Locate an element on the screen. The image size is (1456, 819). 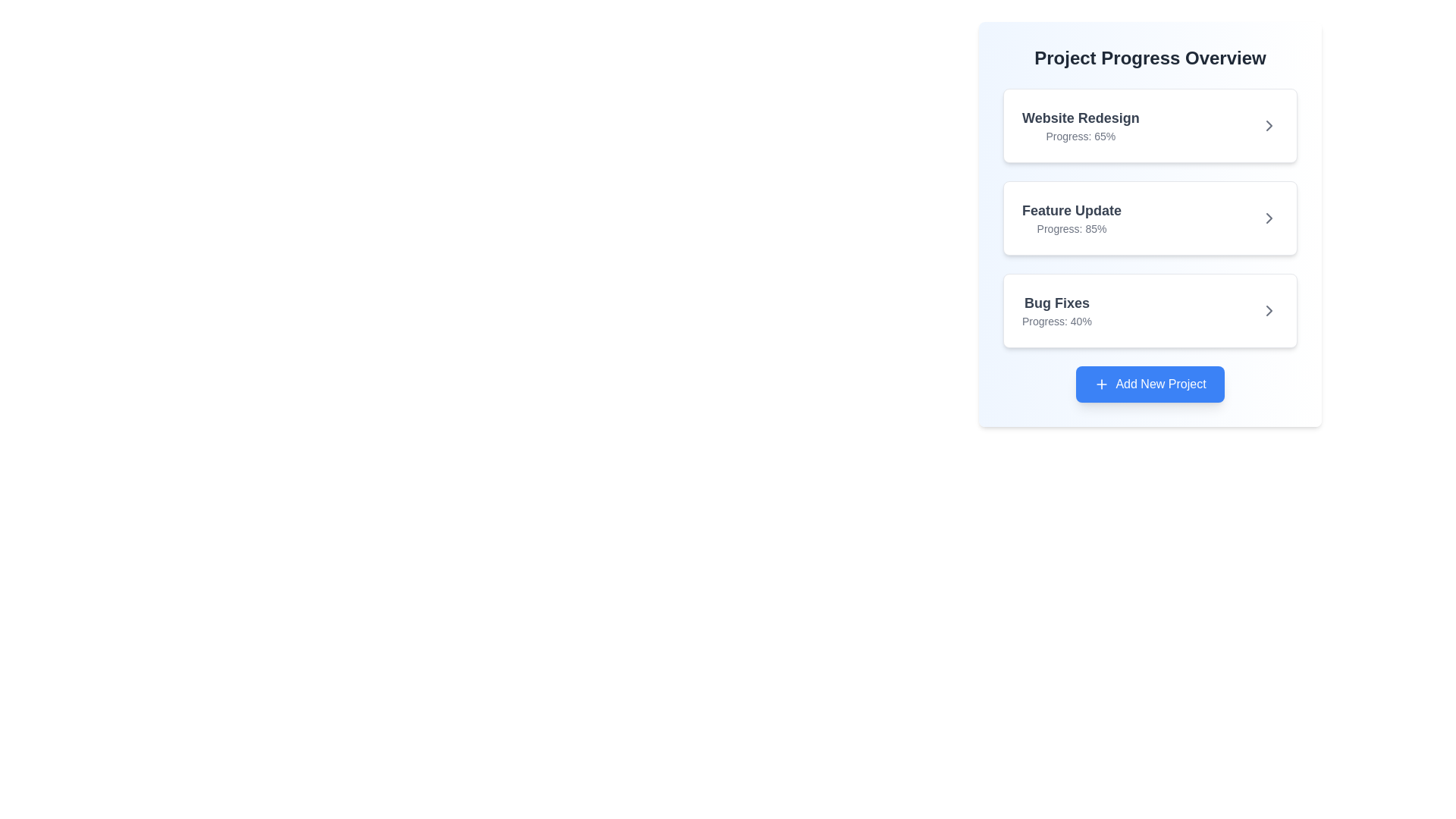
the icon button located at the right end of the 'Feature Update' row, adjacent to the text 'Progress: 85%' is located at coordinates (1269, 218).